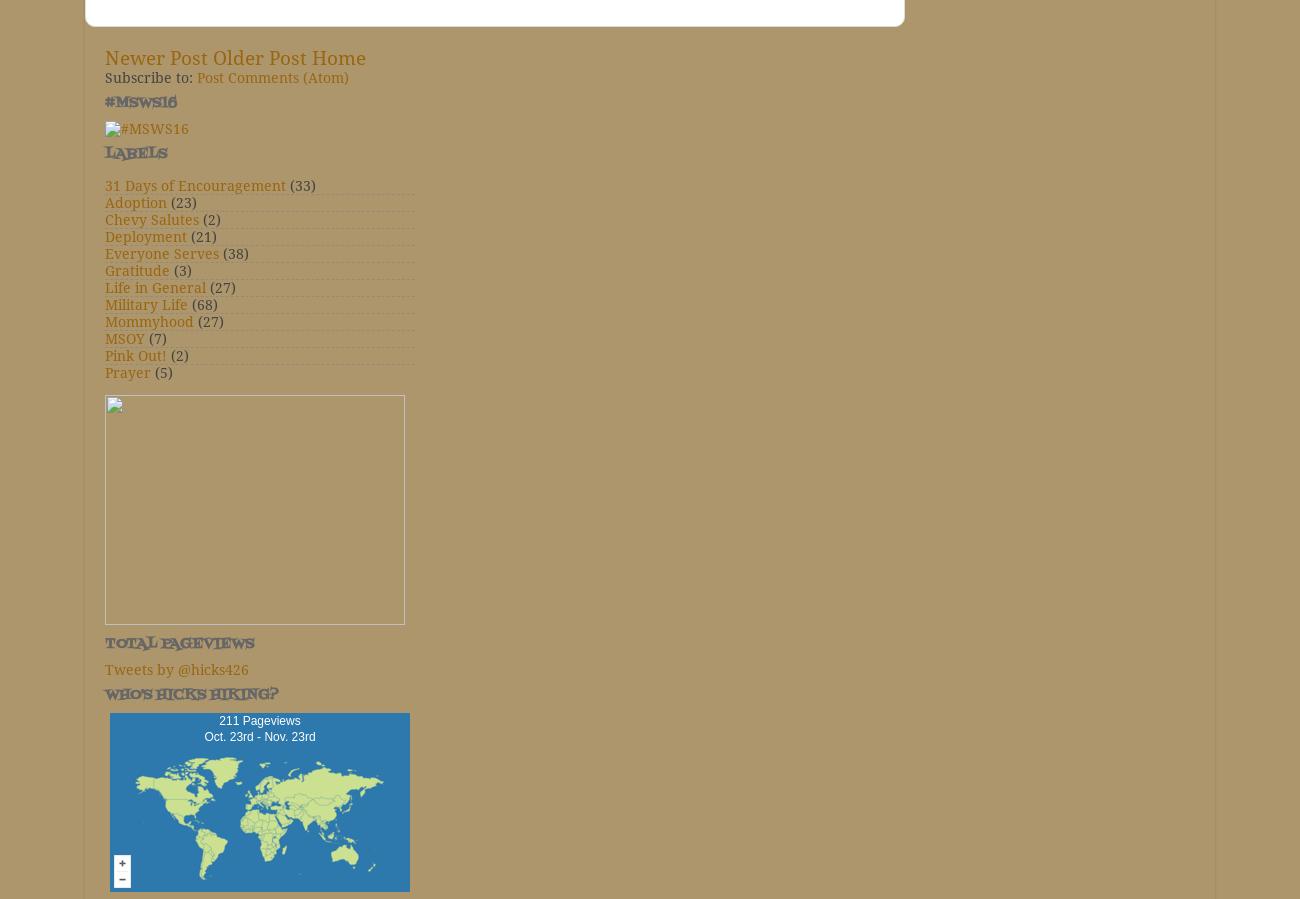  Describe the element at coordinates (259, 57) in the screenshot. I see `'Older Post'` at that location.